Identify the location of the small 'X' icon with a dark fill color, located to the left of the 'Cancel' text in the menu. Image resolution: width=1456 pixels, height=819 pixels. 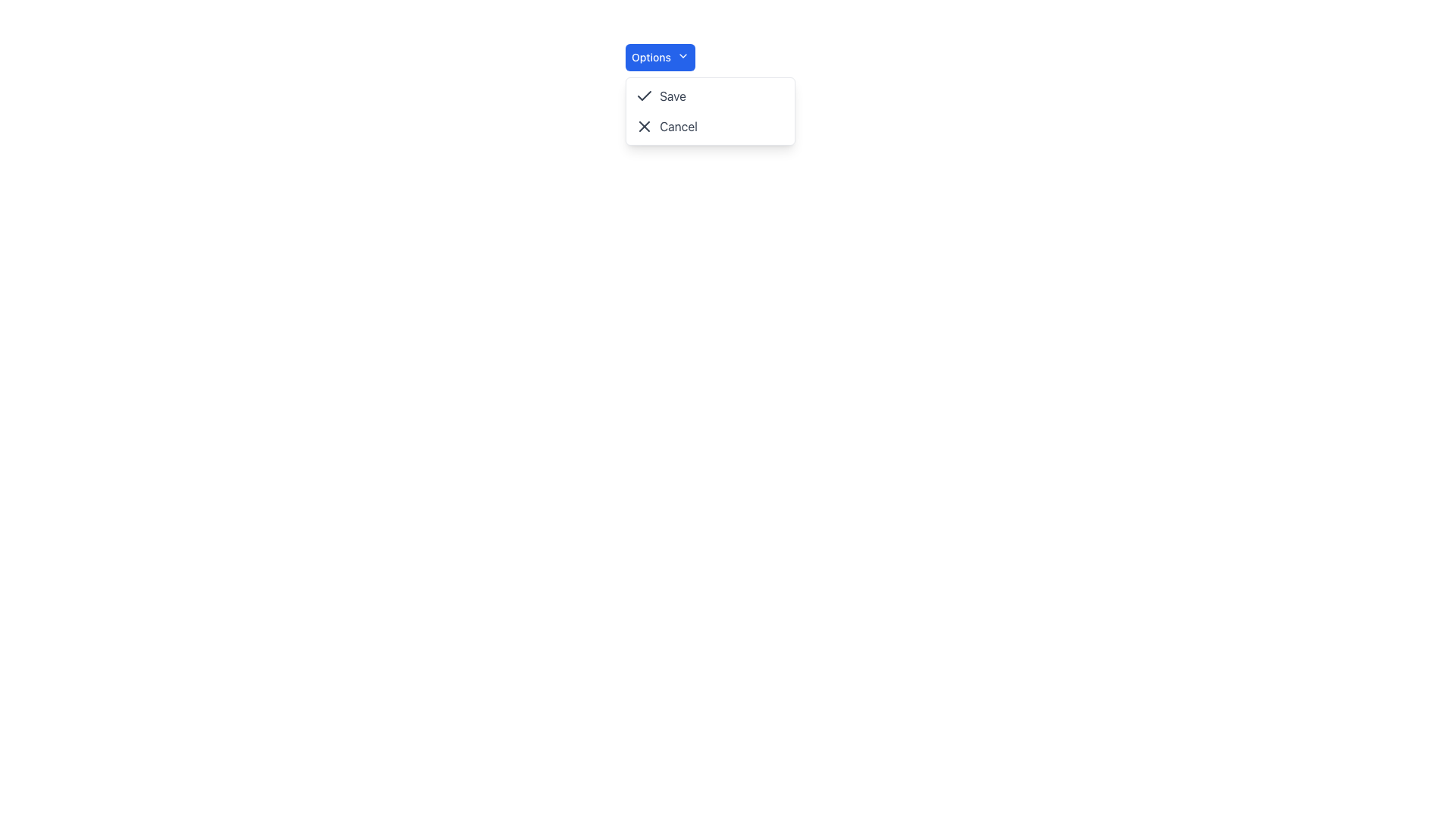
(645, 125).